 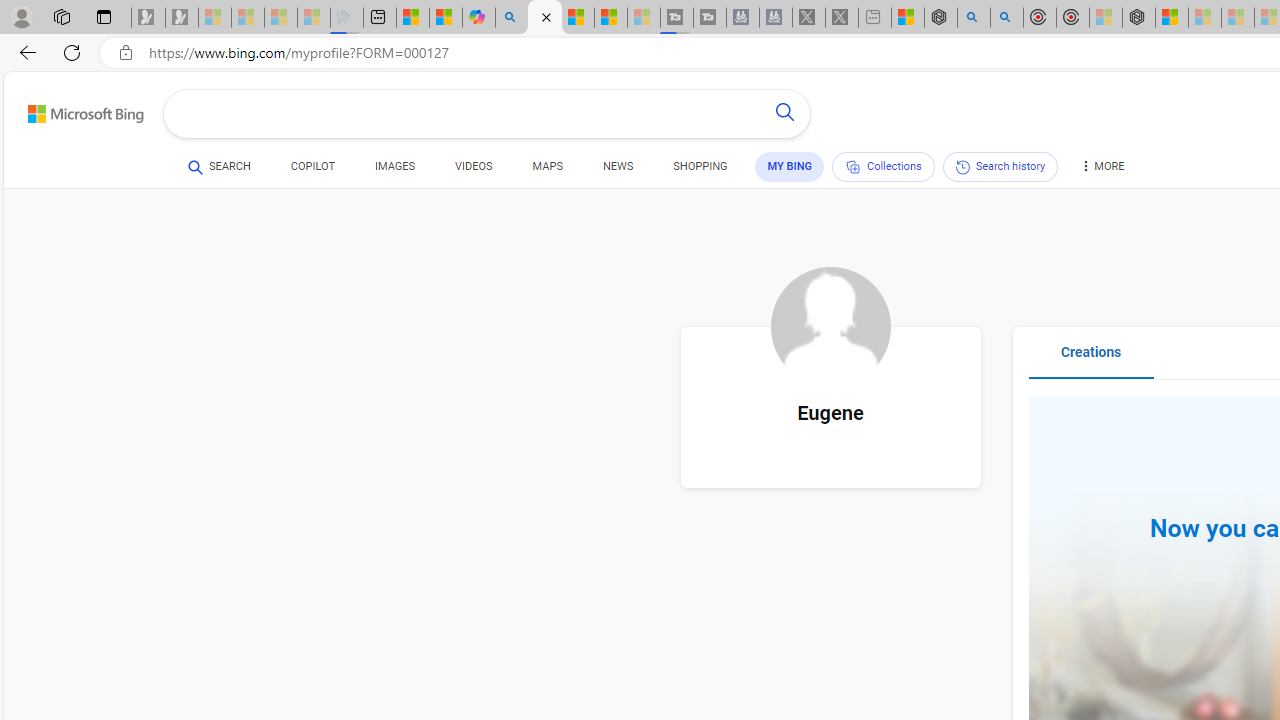 What do you see at coordinates (547, 166) in the screenshot?
I see `'MAPS'` at bounding box center [547, 166].